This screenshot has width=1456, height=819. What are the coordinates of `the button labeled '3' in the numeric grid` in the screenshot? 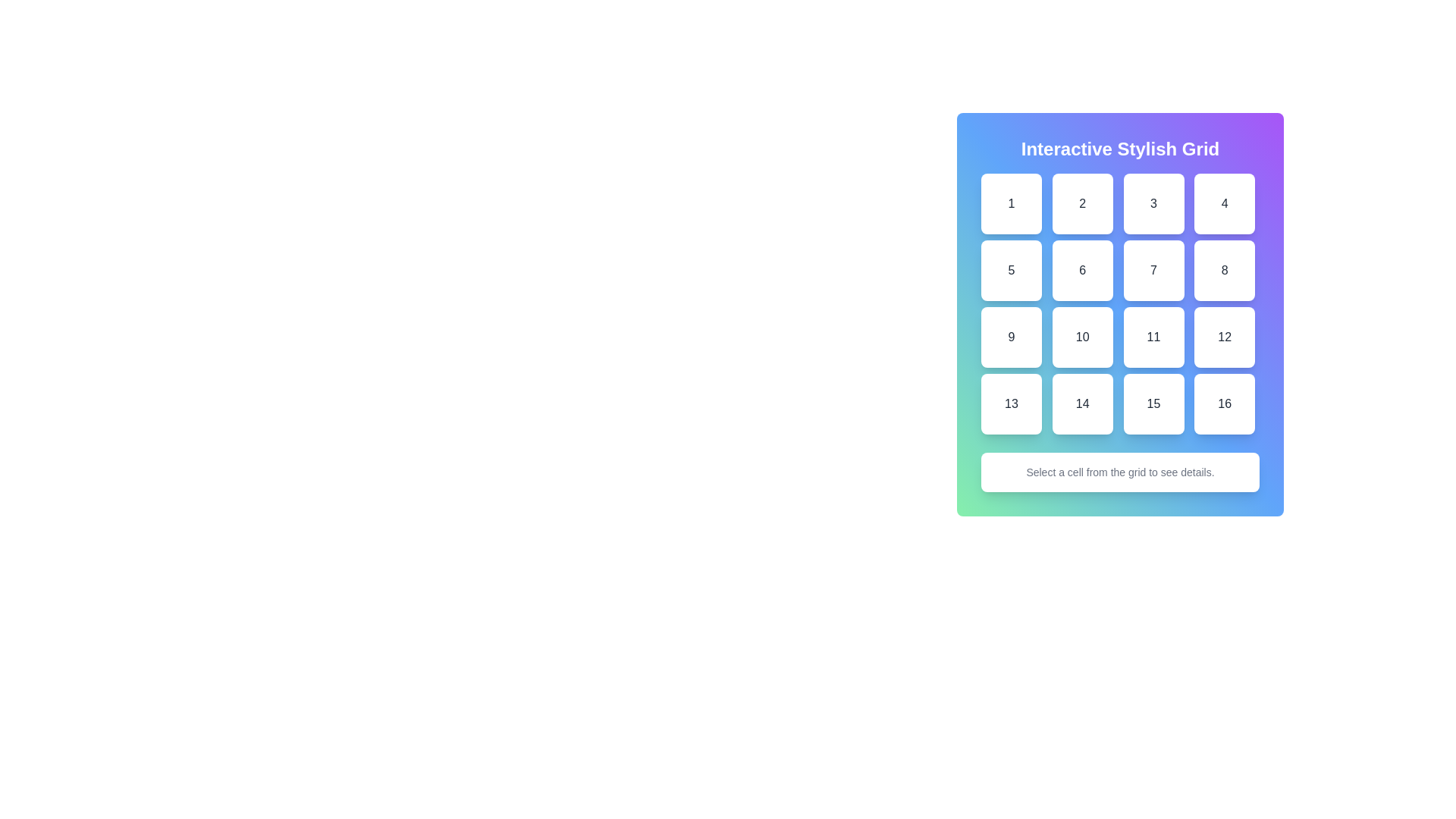 It's located at (1153, 203).